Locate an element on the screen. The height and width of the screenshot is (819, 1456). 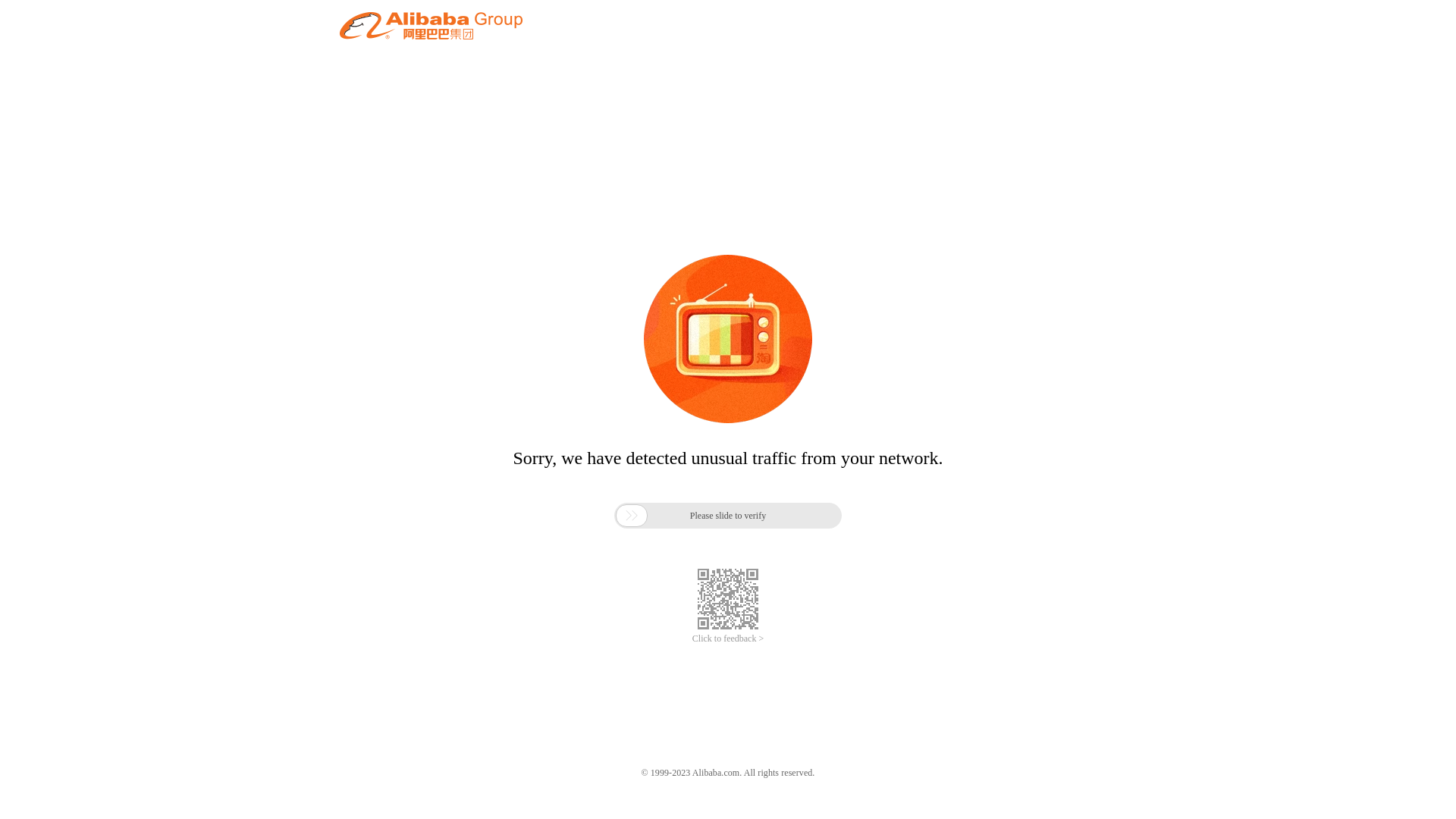
'Click to feedback >' is located at coordinates (728, 639).